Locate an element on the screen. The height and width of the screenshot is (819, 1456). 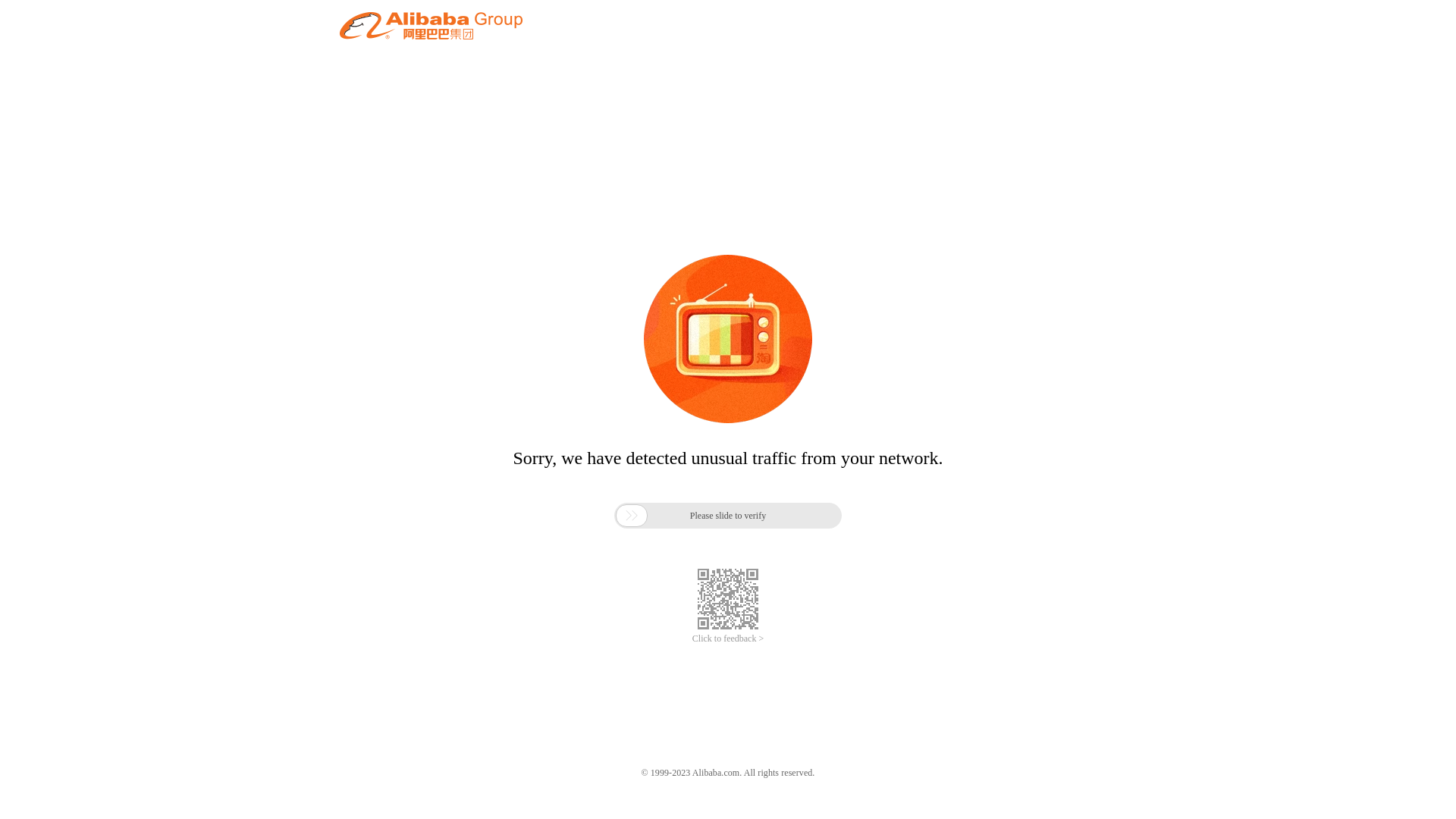
'Click to feedback >' is located at coordinates (728, 639).